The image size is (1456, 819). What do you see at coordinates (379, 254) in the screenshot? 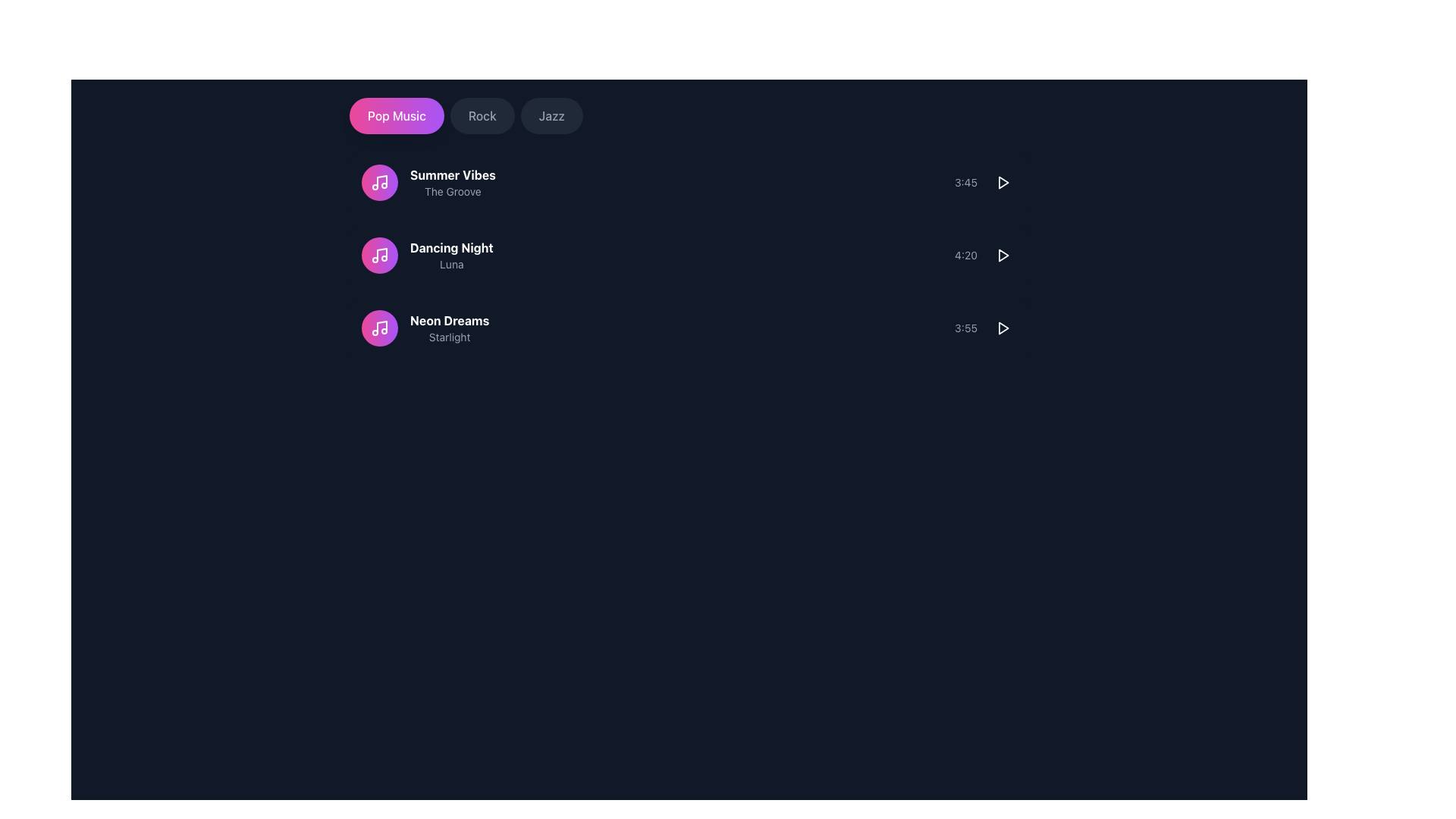
I see `the iconic graphical indicator element located to the left of the text labels 'Dancing Night' and 'Luna'` at bounding box center [379, 254].